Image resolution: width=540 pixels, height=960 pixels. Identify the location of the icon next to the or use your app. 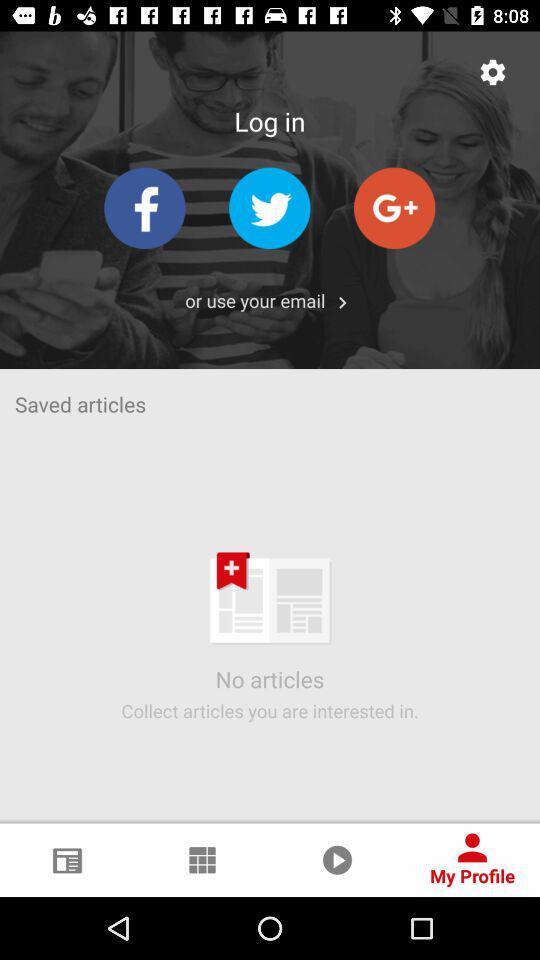
(341, 302).